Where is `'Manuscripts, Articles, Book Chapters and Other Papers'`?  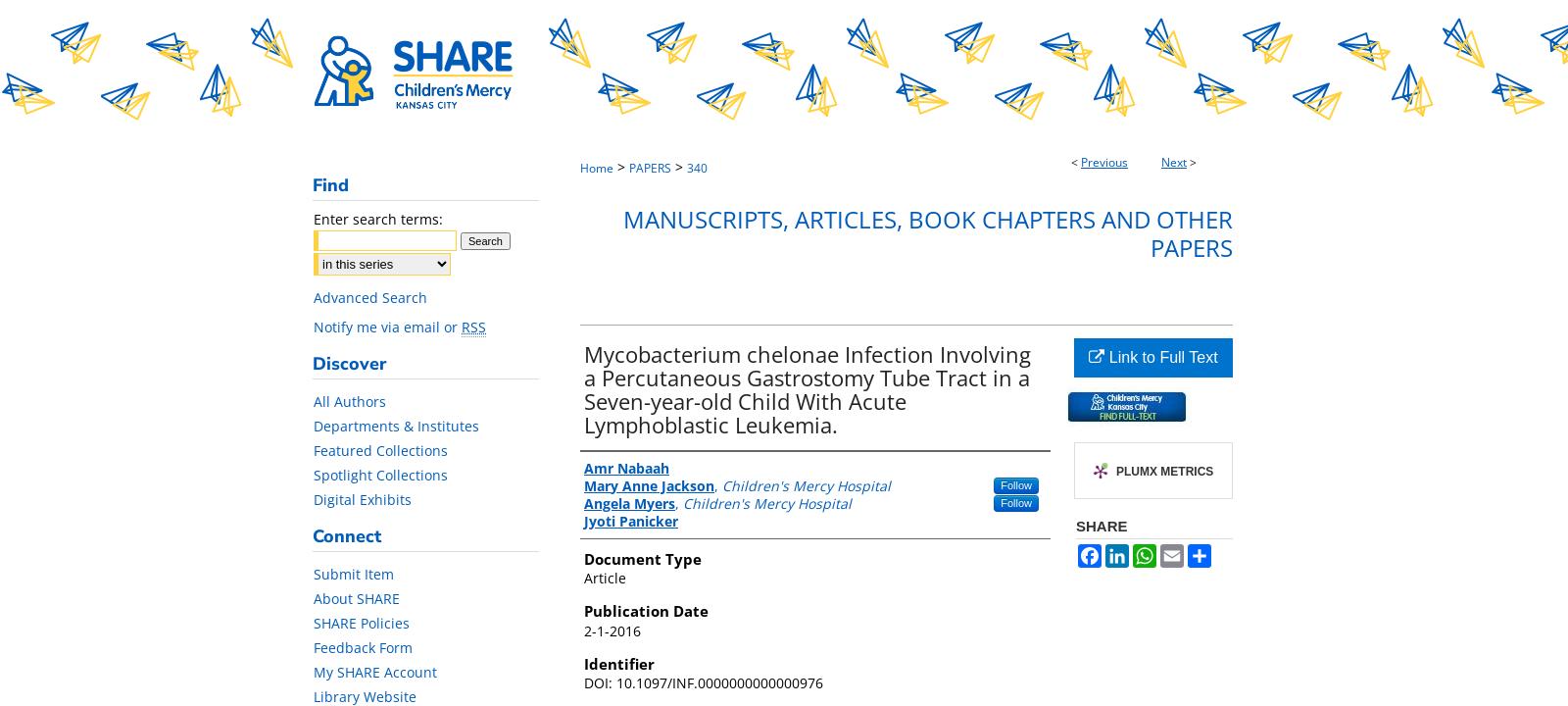
'Manuscripts, Articles, Book Chapters and Other Papers' is located at coordinates (927, 231).